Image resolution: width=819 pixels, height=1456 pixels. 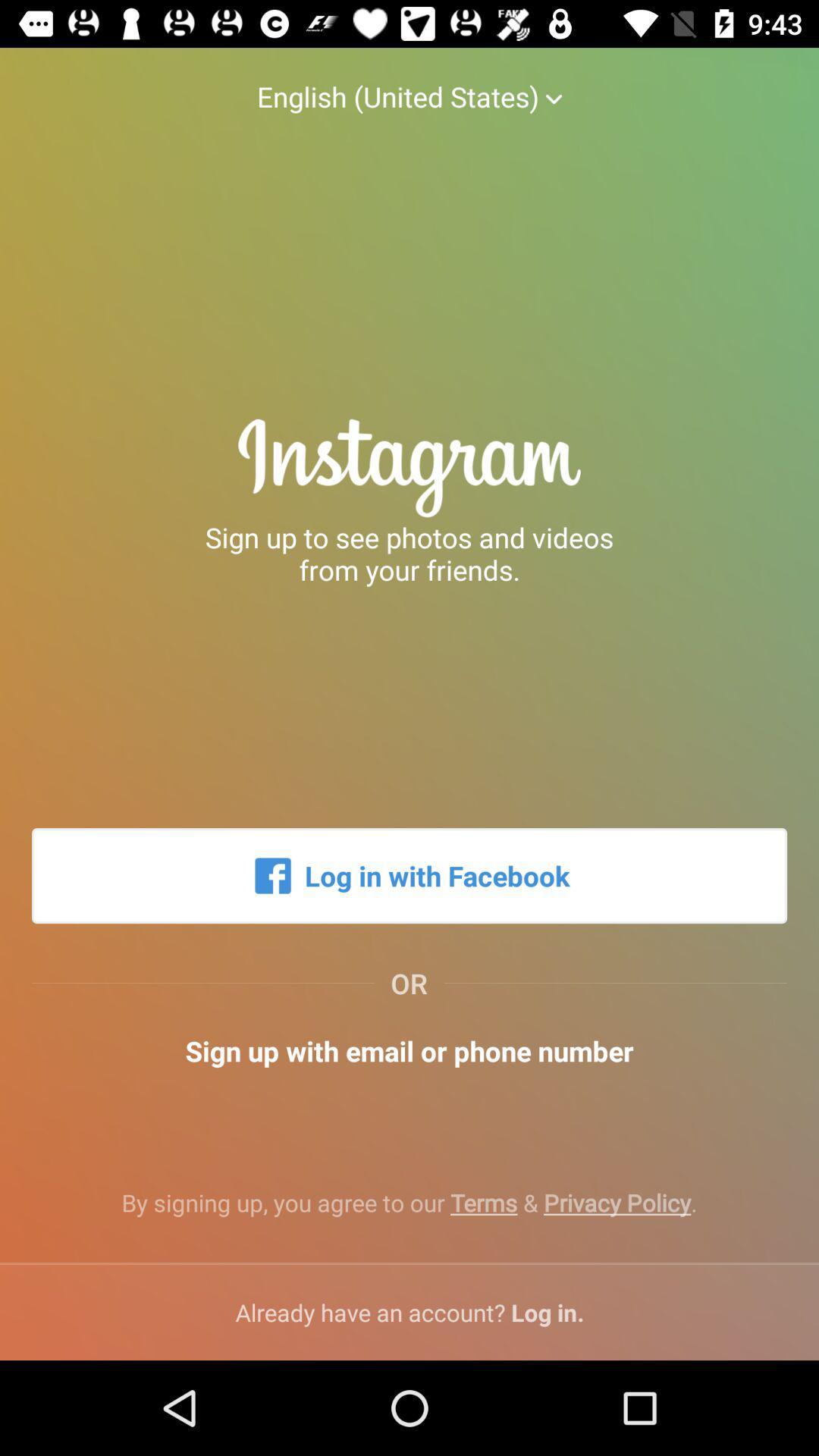 What do you see at coordinates (409, 1312) in the screenshot?
I see `already have an icon` at bounding box center [409, 1312].